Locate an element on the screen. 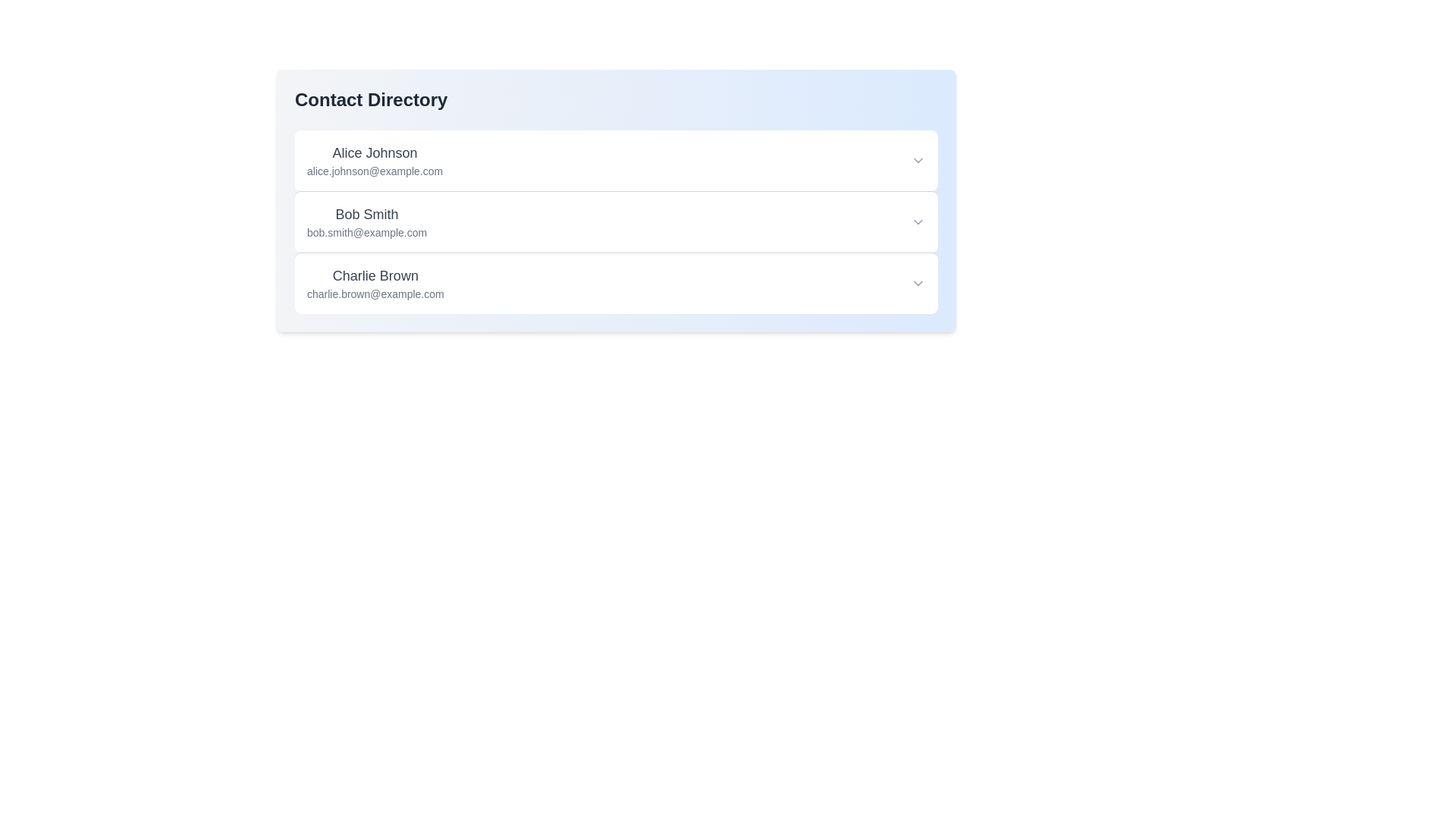  the Contact Row containing the name 'Charlie Brown' and the email 'charlie.brown@example.com' is located at coordinates (616, 284).